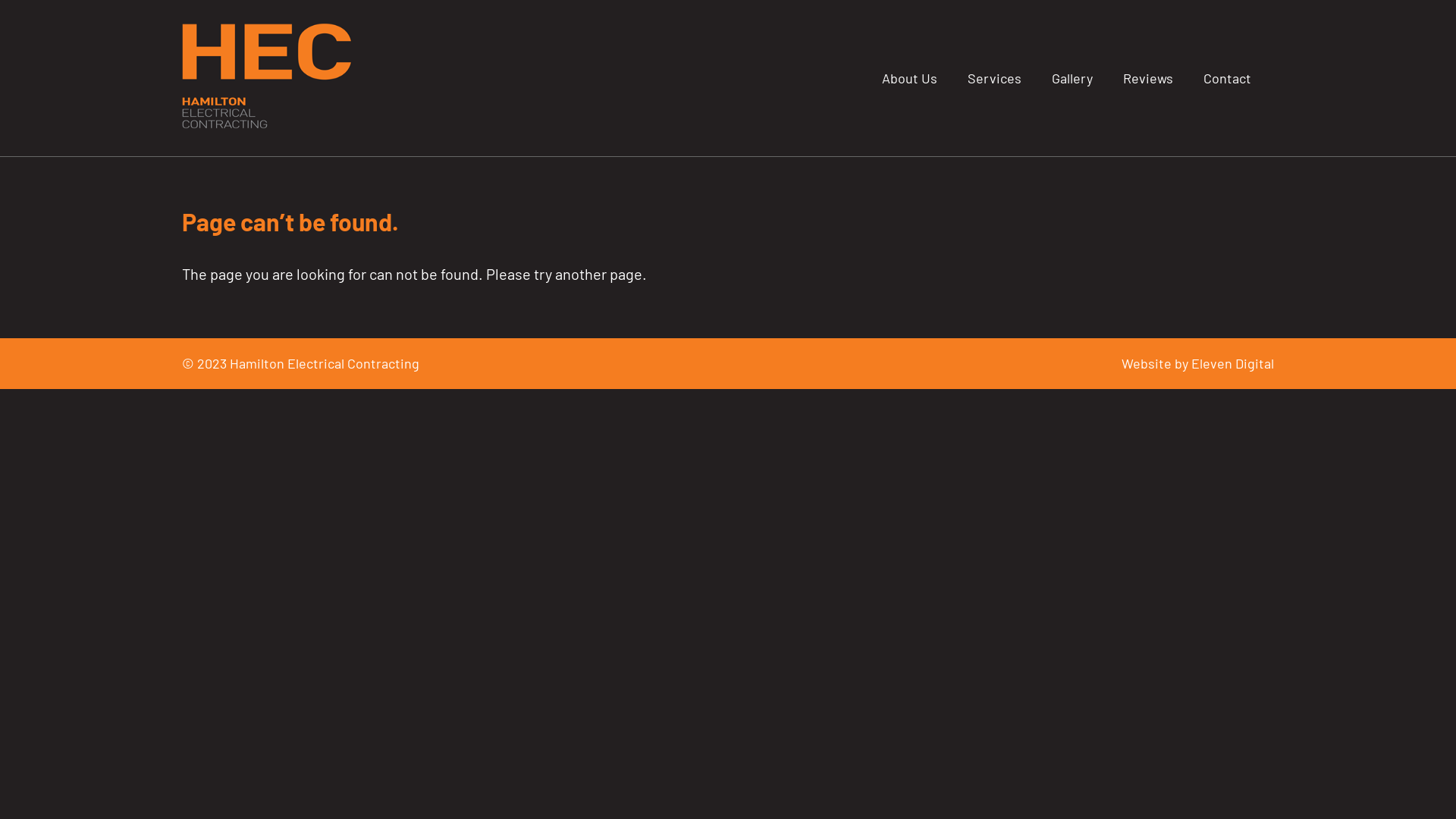  What do you see at coordinates (1232, 362) in the screenshot?
I see `'Eleven Digital'` at bounding box center [1232, 362].